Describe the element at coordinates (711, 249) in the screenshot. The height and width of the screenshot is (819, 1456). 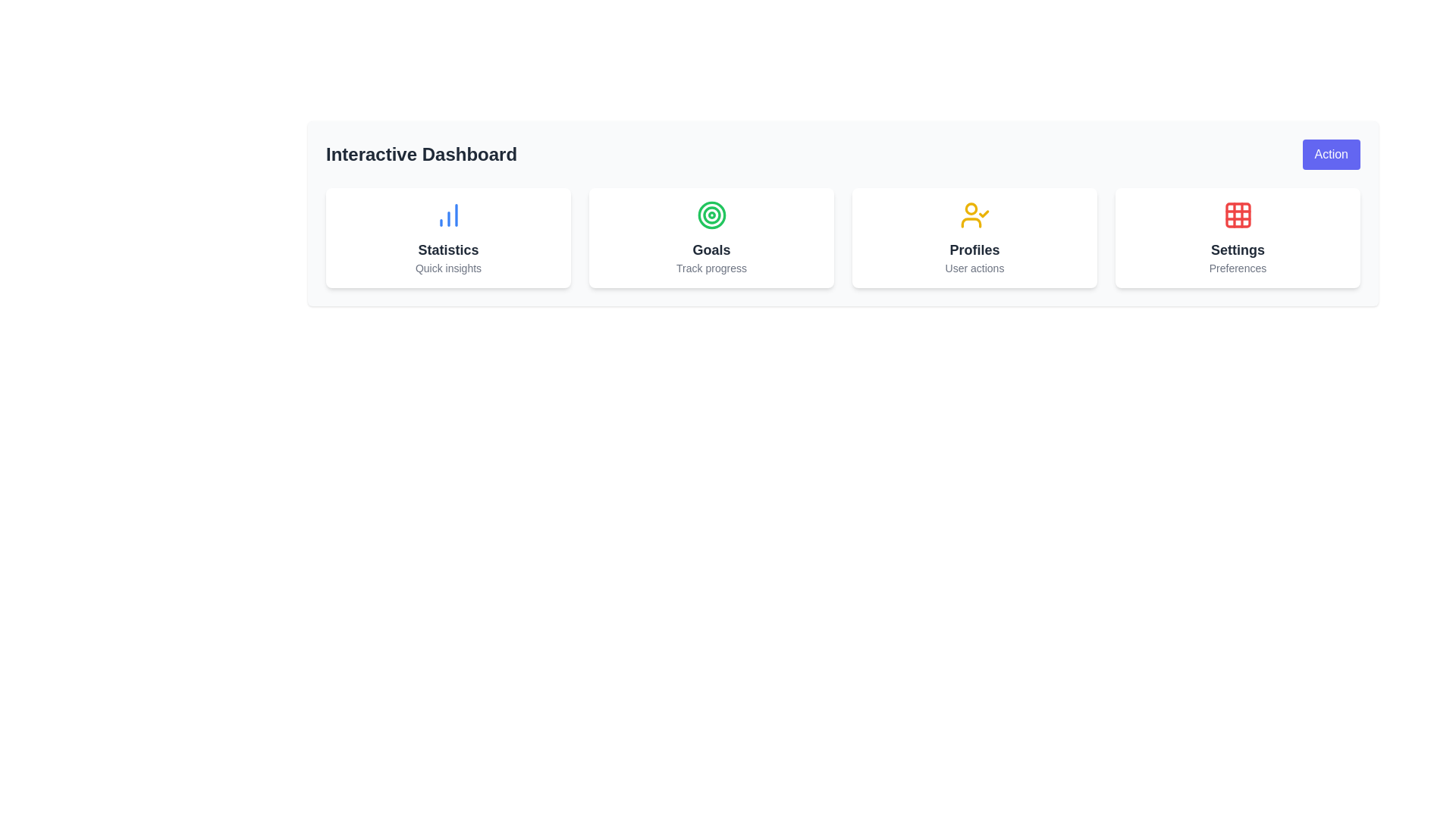
I see `text label stating 'Goals', which is styled in a large, bold font and is dark gray, located in the central card below an icon` at that location.